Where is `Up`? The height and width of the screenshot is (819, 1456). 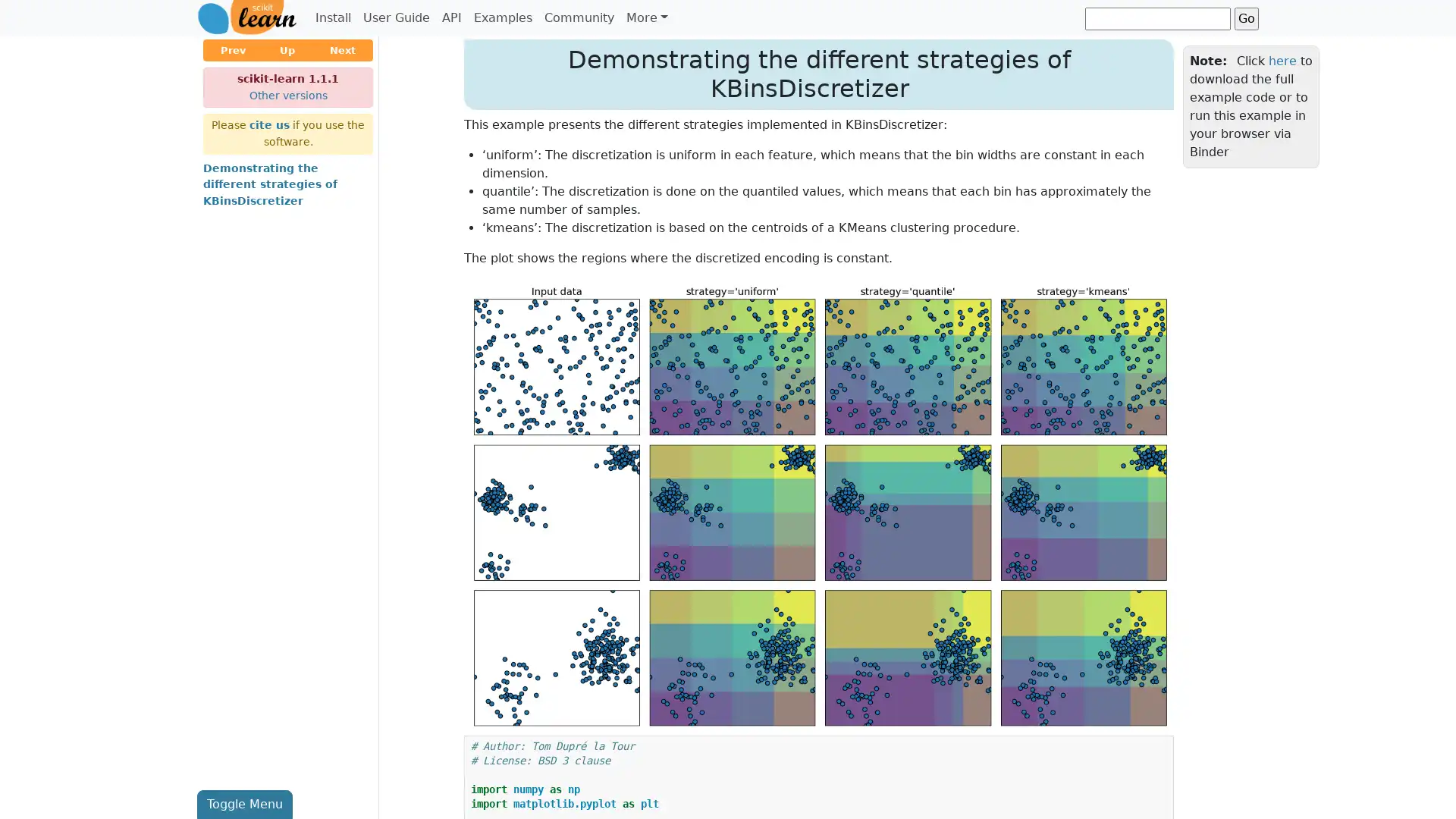
Up is located at coordinates (287, 49).